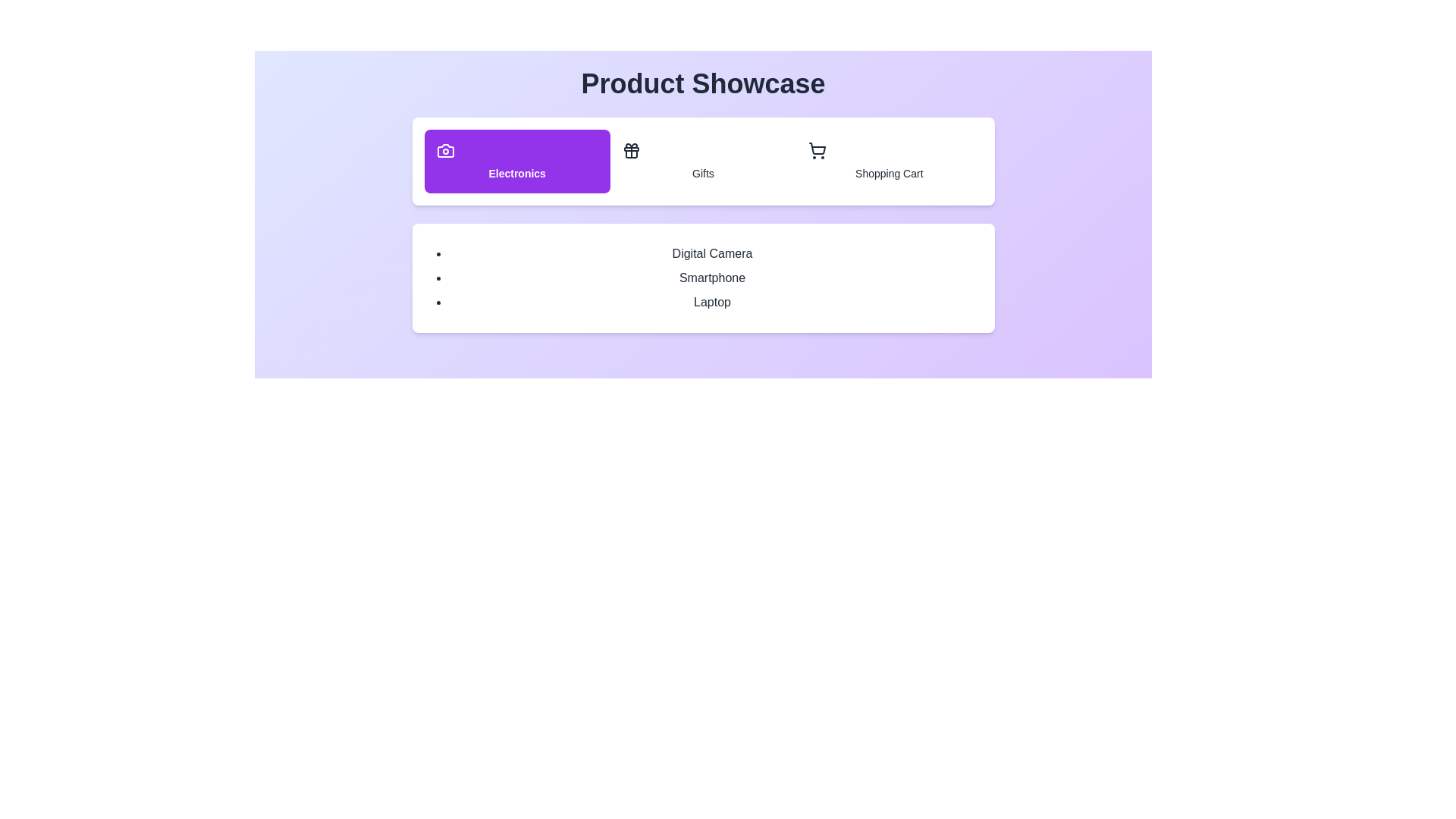 Image resolution: width=1456 pixels, height=819 pixels. I want to click on the item in the product categories list under the 'Electronics' section for navigation or interaction, so click(702, 278).